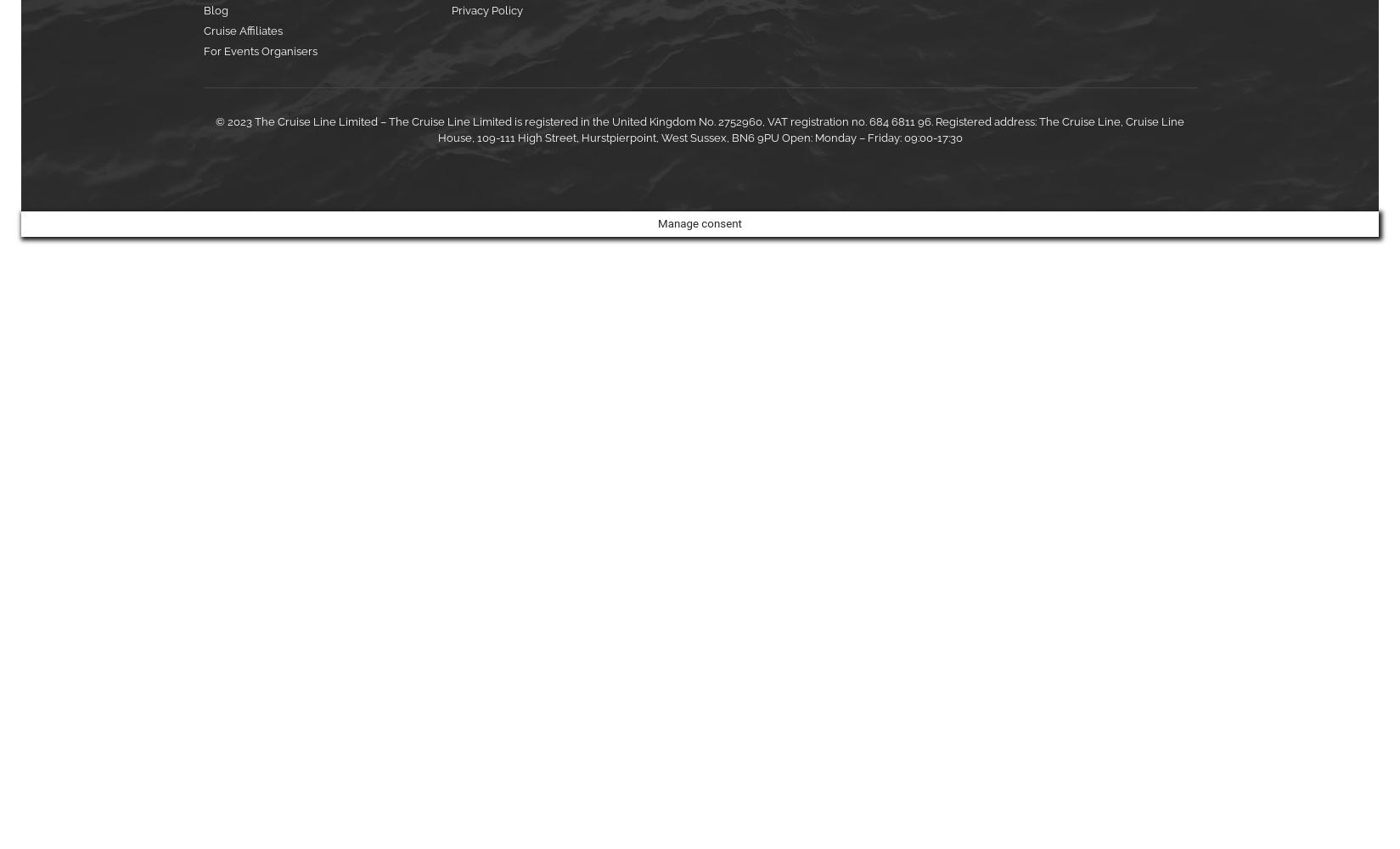 Image resolution: width=1400 pixels, height=849 pixels. I want to click on 'Cruise Affiliates', so click(202, 31).